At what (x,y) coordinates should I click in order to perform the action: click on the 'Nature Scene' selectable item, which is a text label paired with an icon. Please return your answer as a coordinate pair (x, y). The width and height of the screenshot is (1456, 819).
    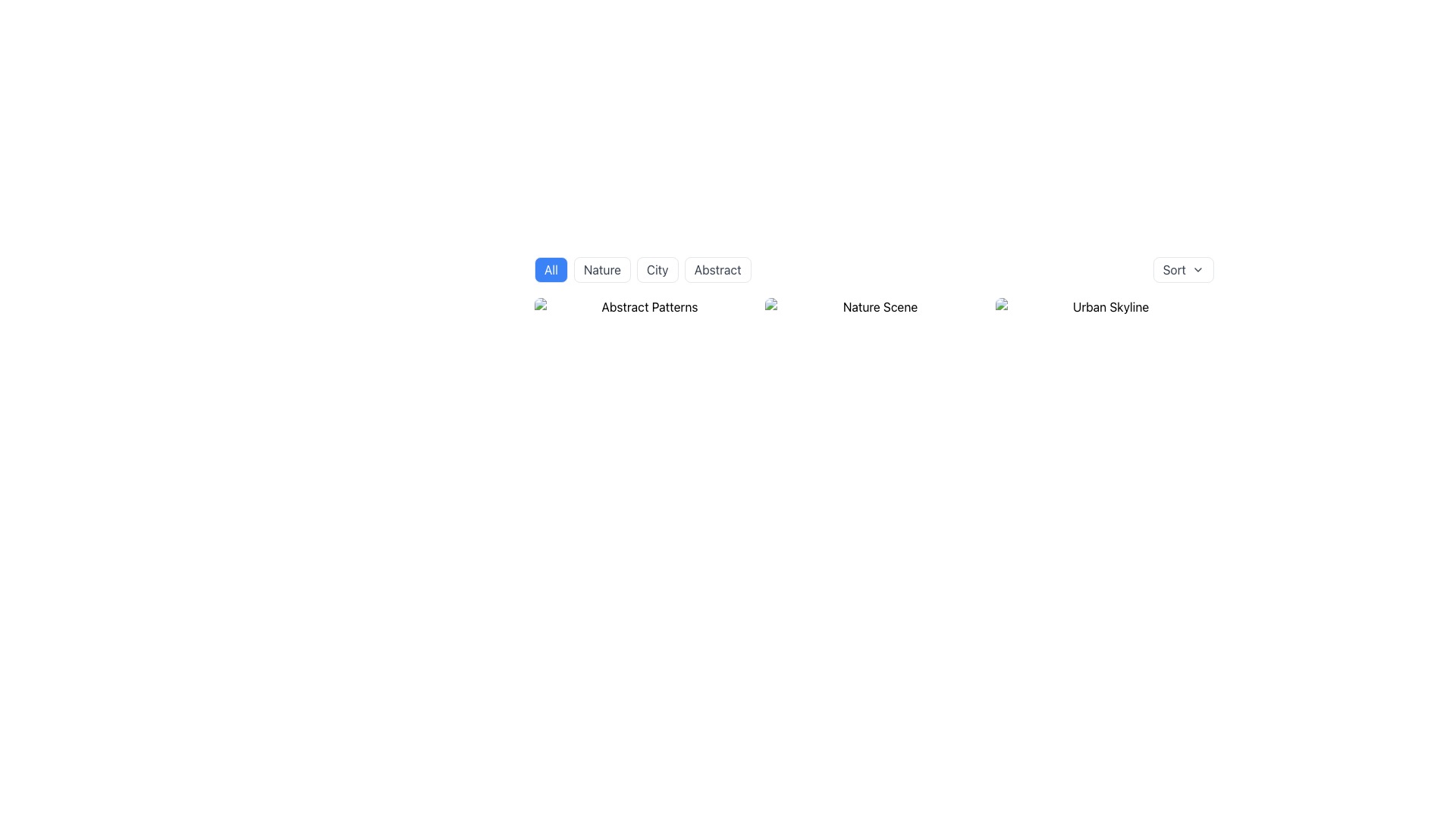
    Looking at the image, I should click on (874, 307).